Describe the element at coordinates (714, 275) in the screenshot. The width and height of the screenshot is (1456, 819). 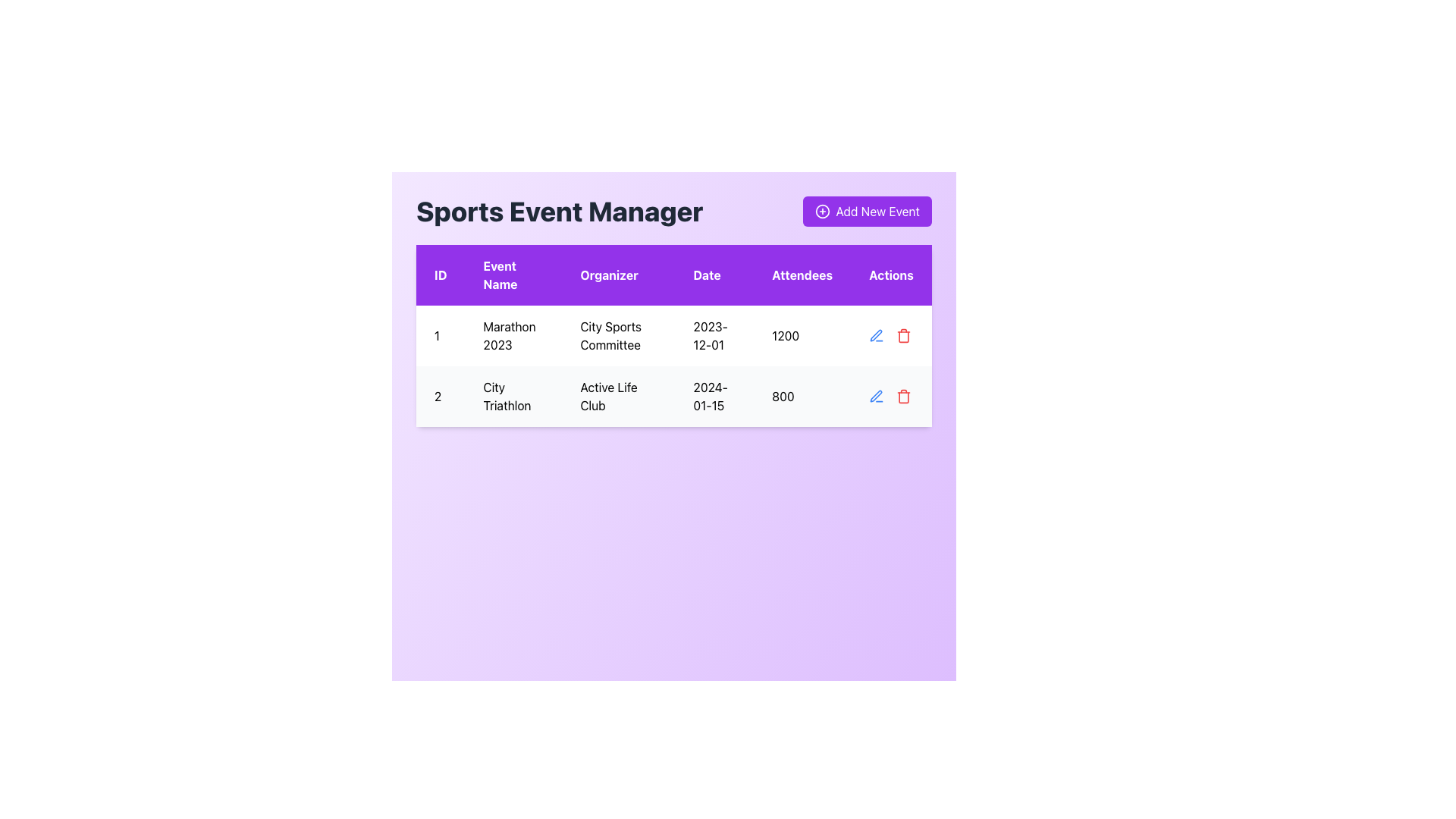
I see `the 'Date' column header label in the table, which is positioned in the fourth column of the header row` at that location.